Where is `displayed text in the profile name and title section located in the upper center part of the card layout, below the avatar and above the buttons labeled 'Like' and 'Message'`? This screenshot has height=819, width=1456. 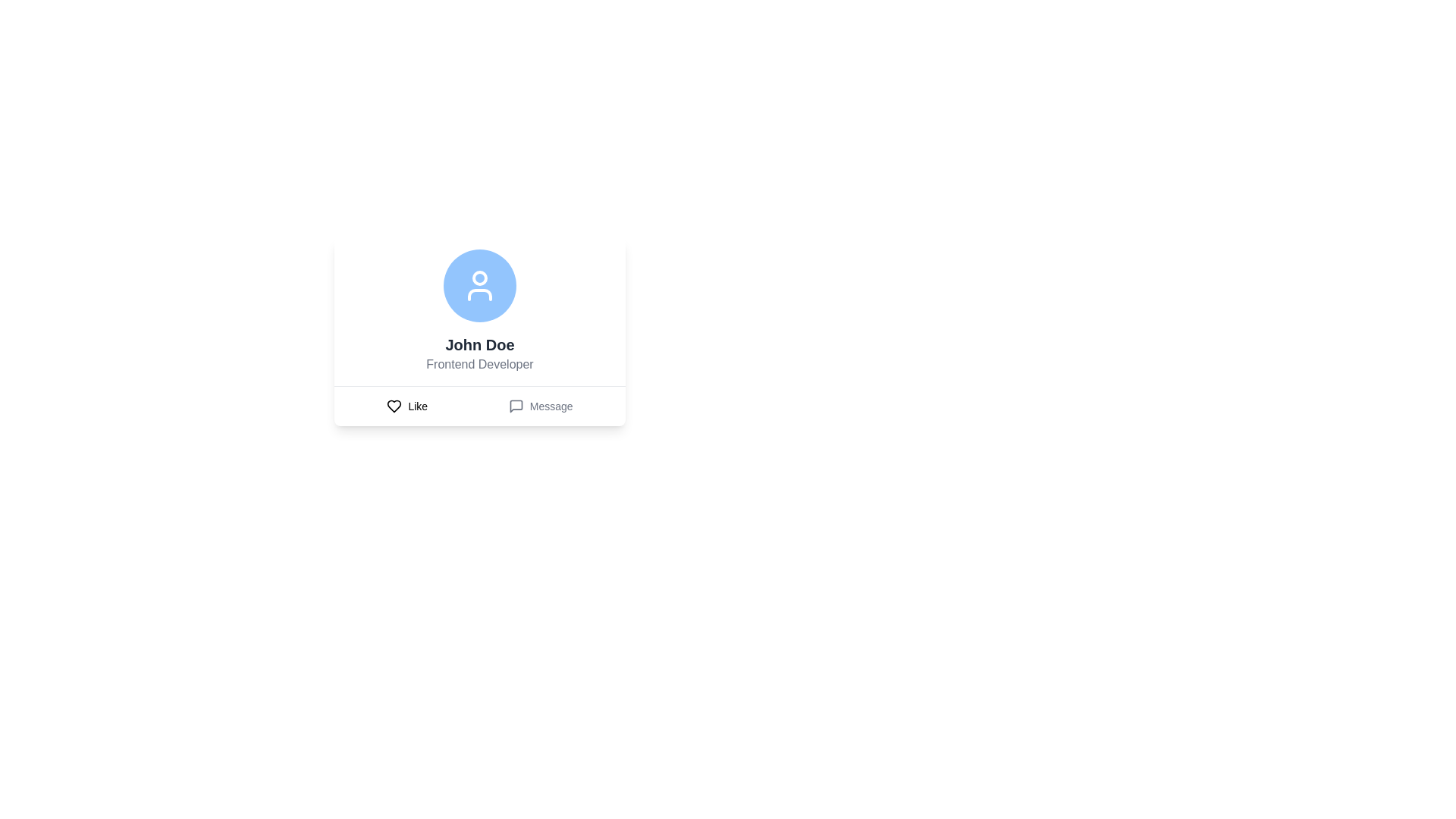
displayed text in the profile name and title section located in the upper center part of the card layout, below the avatar and above the buttons labeled 'Like' and 'Message' is located at coordinates (479, 359).